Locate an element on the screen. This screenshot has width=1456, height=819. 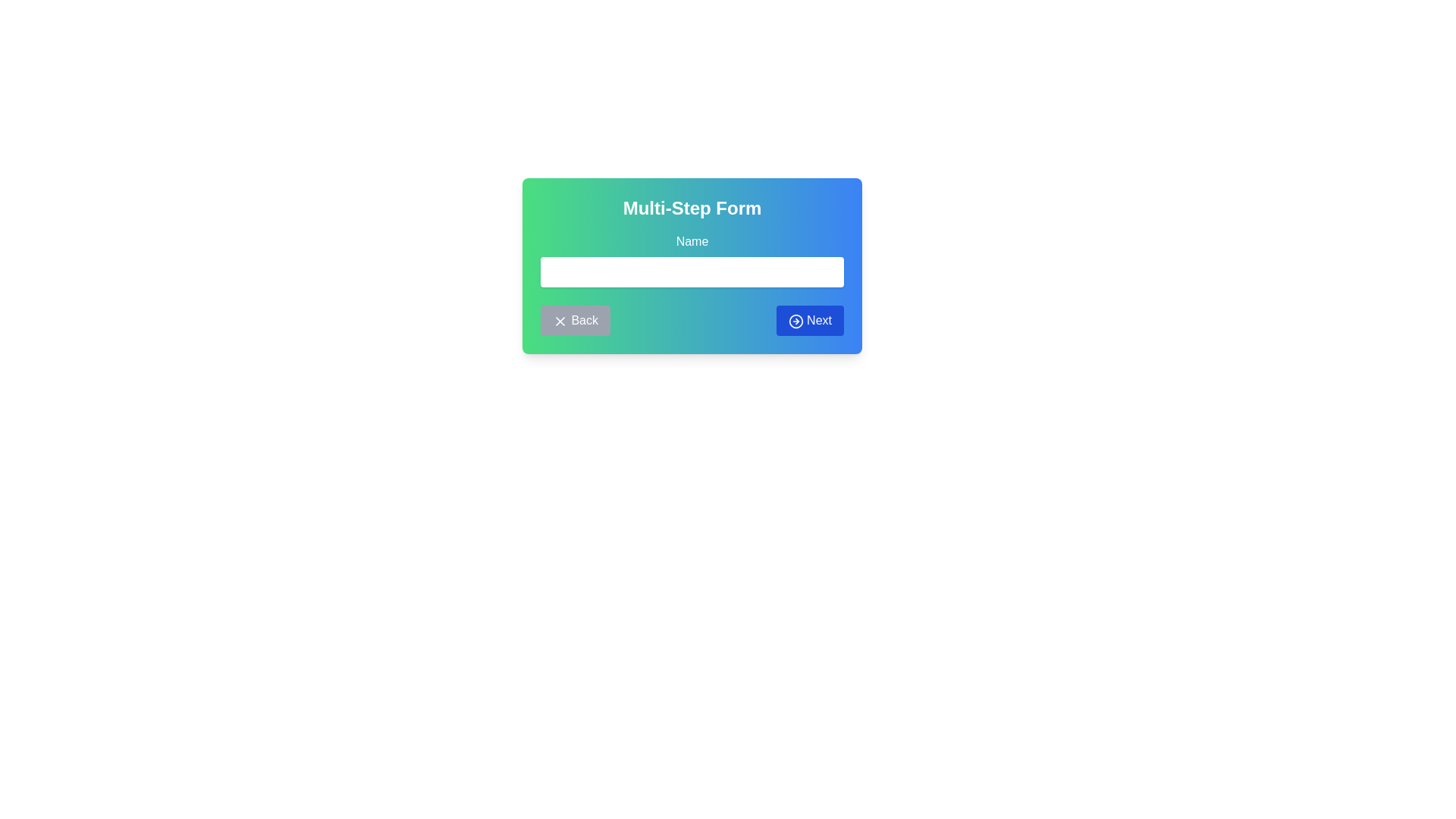
to select text in the text input field located below the 'Multi-Step Form' heading, positioned between the 'Back' and 'Next' buttons is located at coordinates (691, 259).